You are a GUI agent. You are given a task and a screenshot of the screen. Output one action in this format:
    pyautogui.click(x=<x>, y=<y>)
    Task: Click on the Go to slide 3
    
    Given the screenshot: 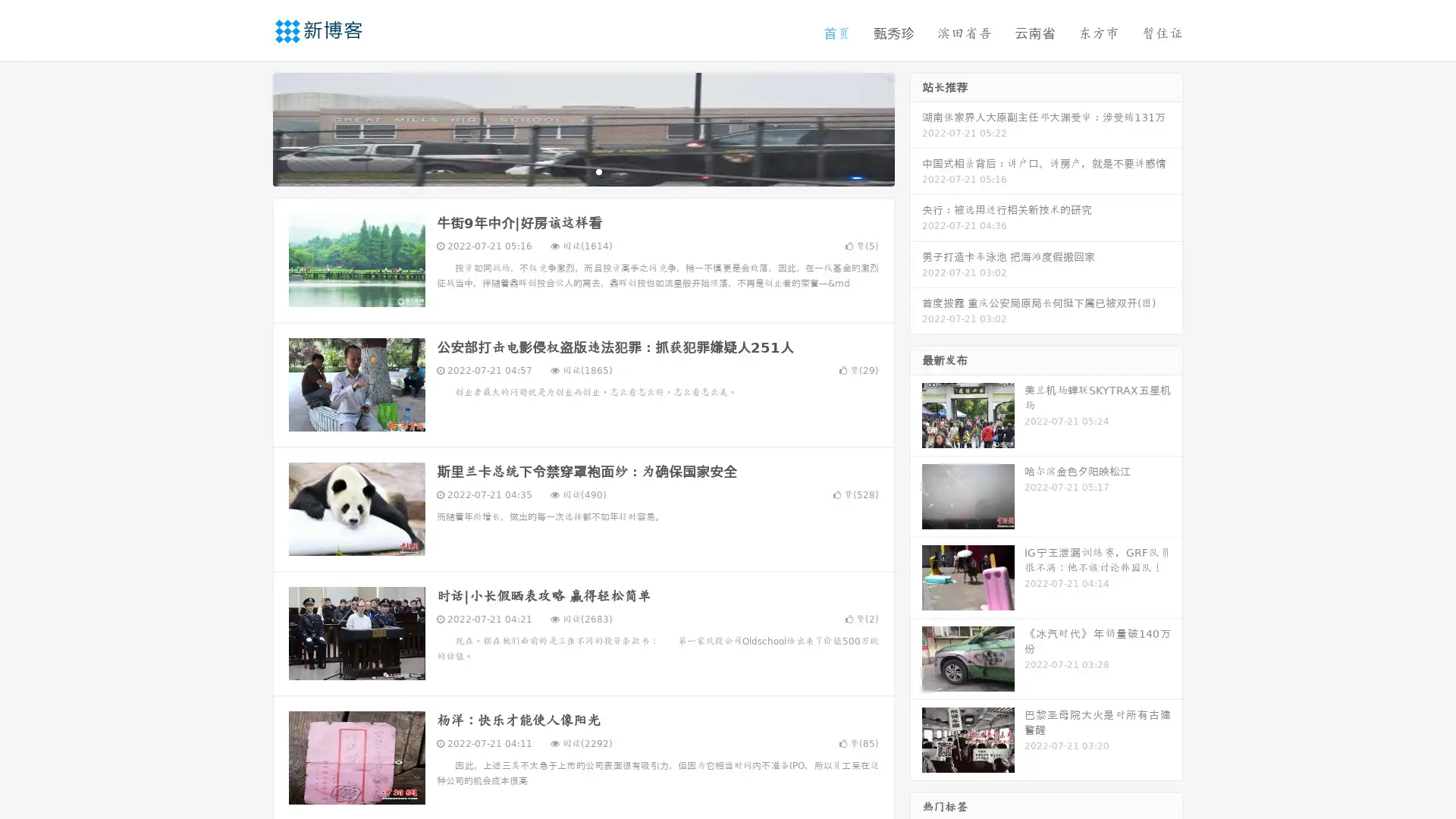 What is the action you would take?
    pyautogui.click(x=598, y=171)
    